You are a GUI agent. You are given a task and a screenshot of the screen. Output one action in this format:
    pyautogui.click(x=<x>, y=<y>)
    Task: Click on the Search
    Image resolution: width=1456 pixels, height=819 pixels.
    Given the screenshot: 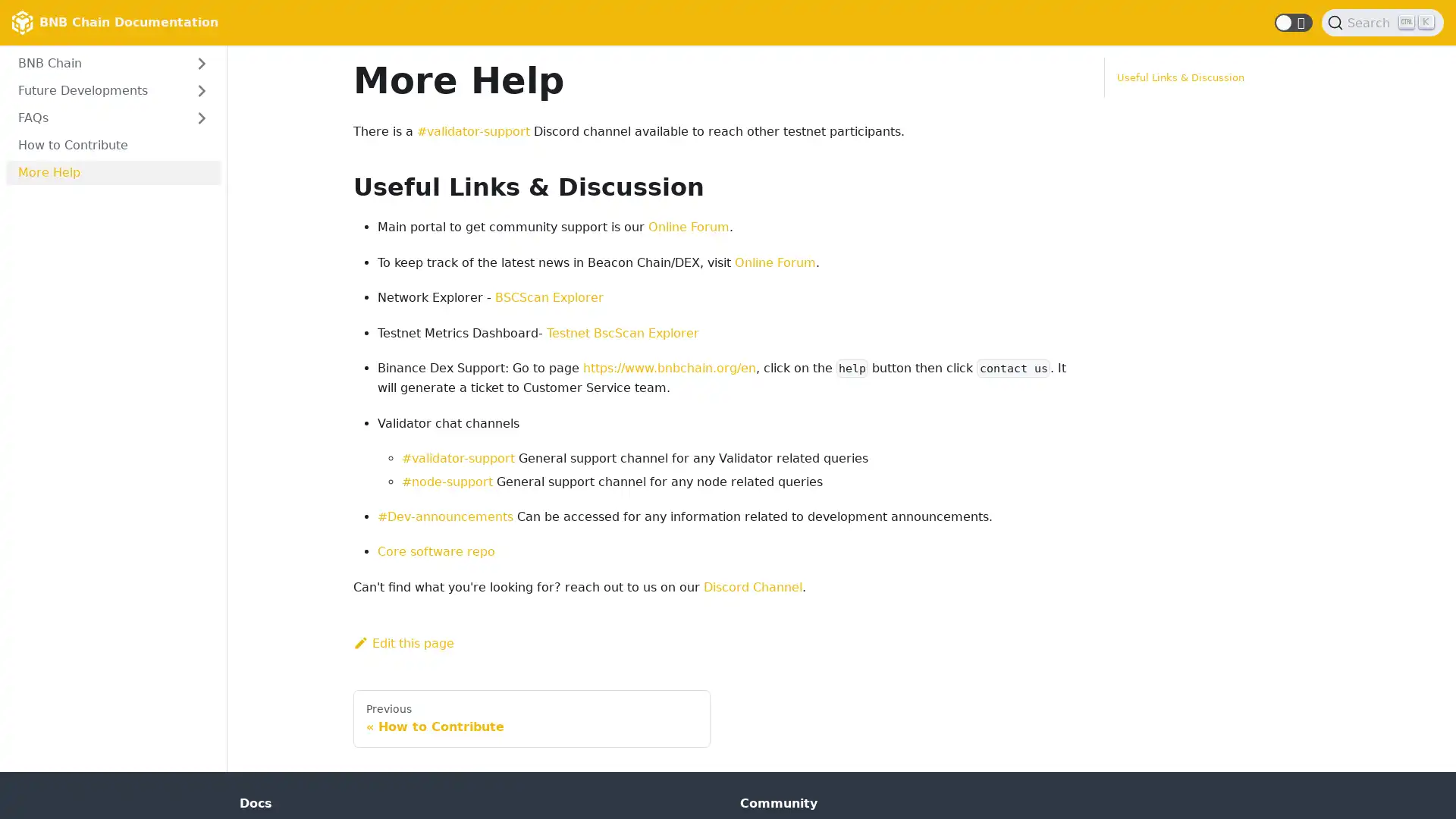 What is the action you would take?
    pyautogui.click(x=1382, y=23)
    